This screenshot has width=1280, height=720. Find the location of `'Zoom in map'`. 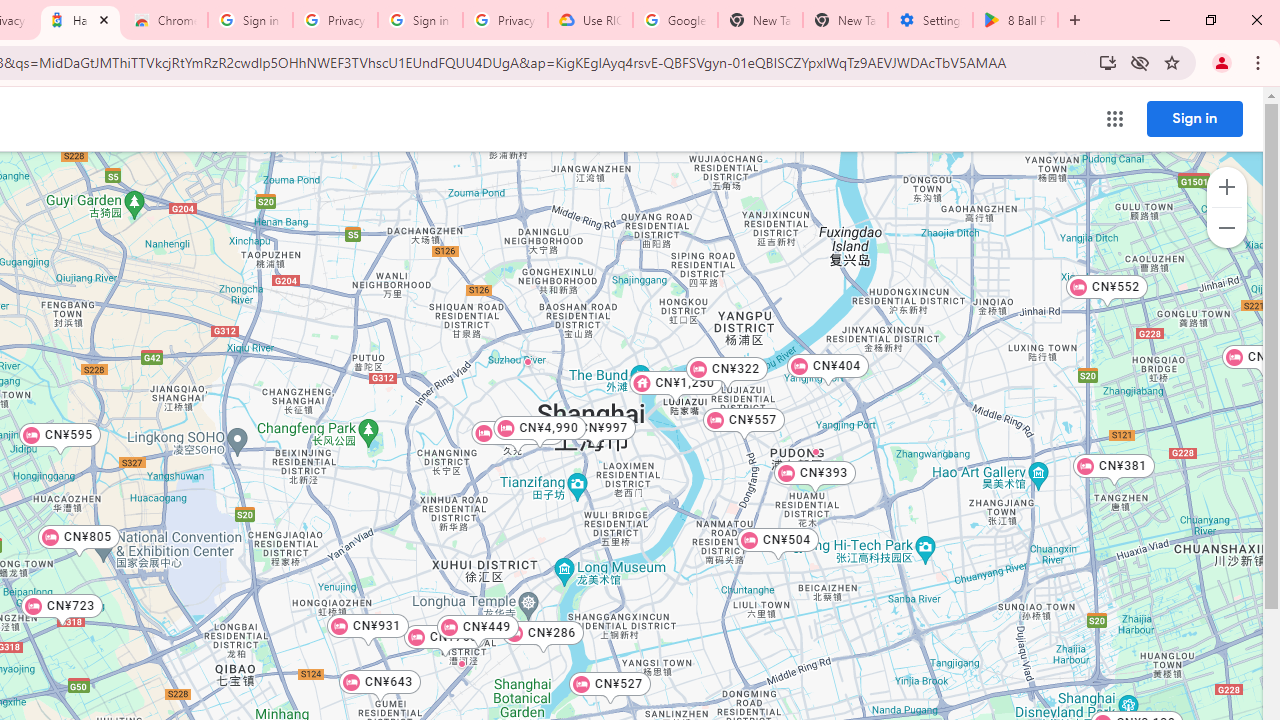

'Zoom in map' is located at coordinates (1225, 187).